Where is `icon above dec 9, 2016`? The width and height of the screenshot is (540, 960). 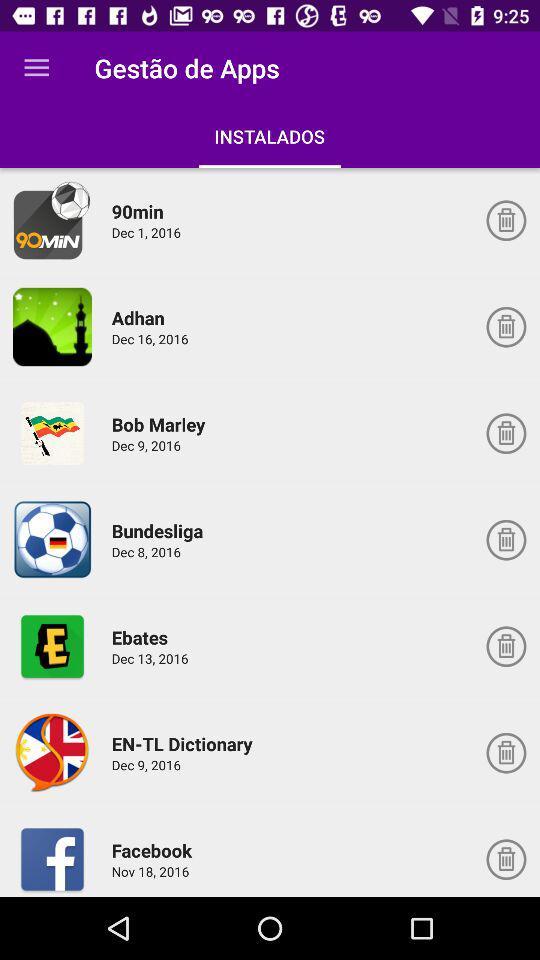
icon above dec 9, 2016 is located at coordinates (161, 424).